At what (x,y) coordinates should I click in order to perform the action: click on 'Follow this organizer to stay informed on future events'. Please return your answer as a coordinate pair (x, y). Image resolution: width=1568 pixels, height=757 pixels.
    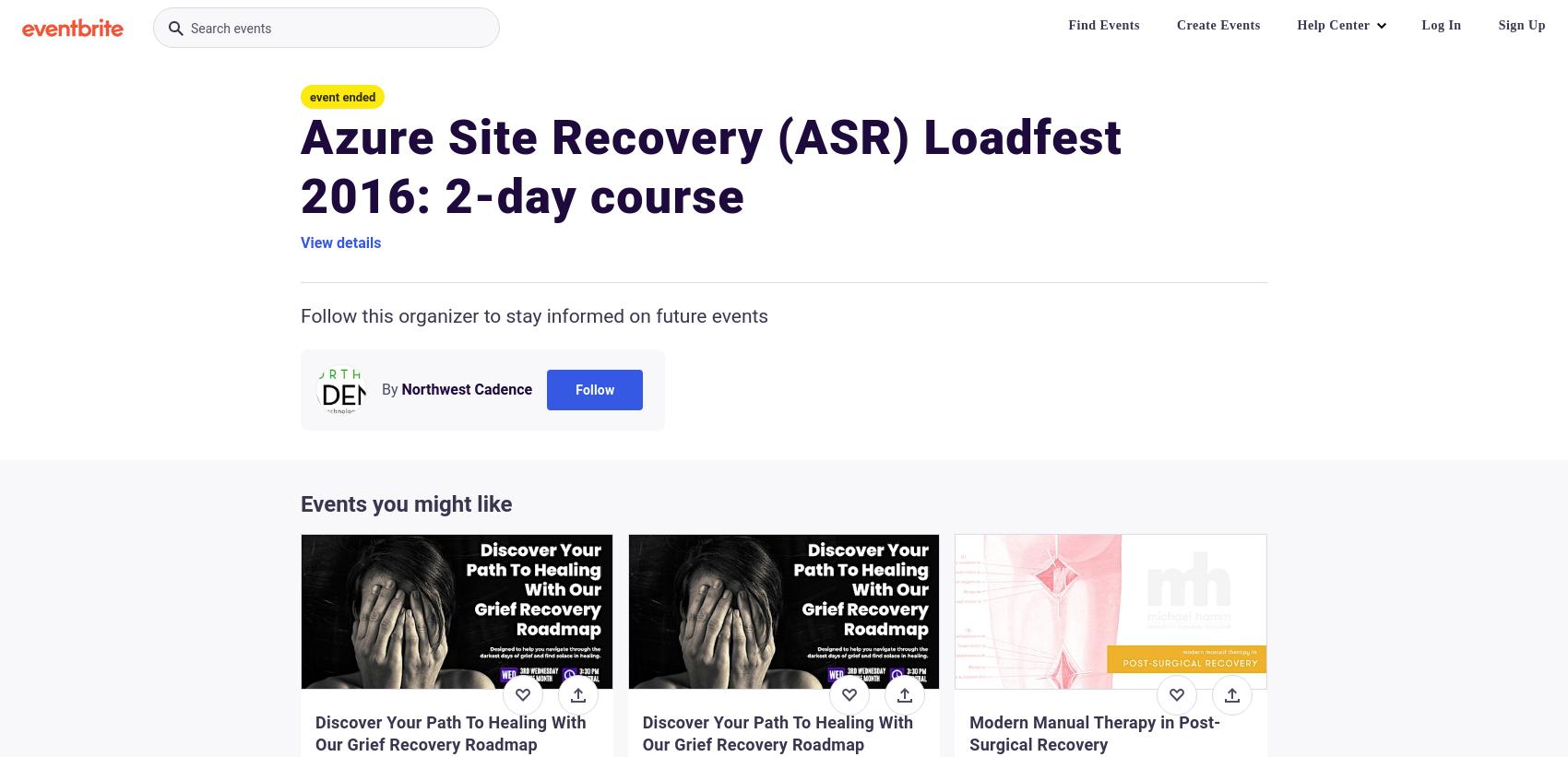
    Looking at the image, I should click on (300, 316).